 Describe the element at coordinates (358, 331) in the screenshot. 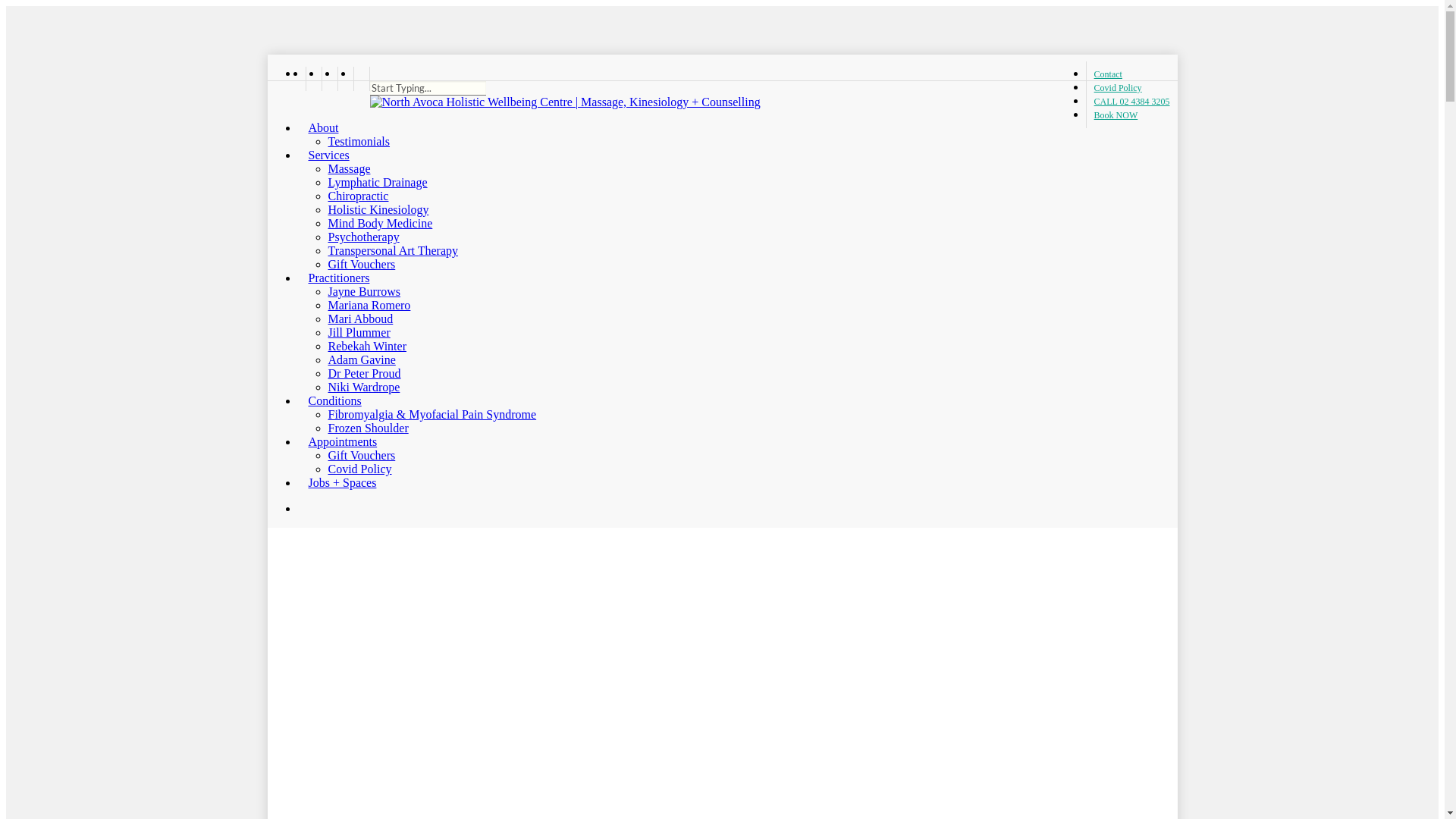

I see `'Jill Plummer'` at that location.